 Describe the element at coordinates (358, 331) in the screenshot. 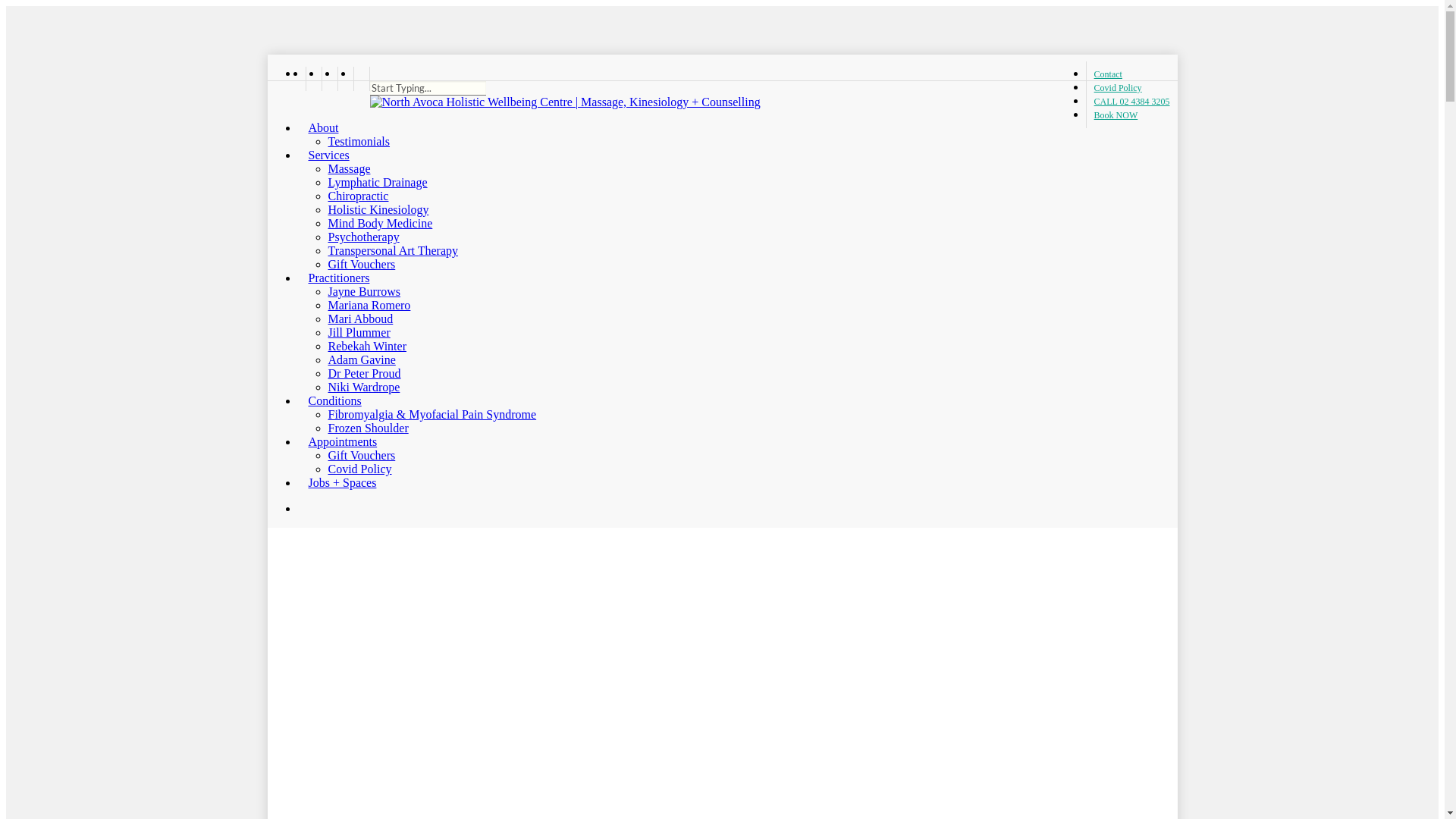

I see `'Jill Plummer'` at that location.